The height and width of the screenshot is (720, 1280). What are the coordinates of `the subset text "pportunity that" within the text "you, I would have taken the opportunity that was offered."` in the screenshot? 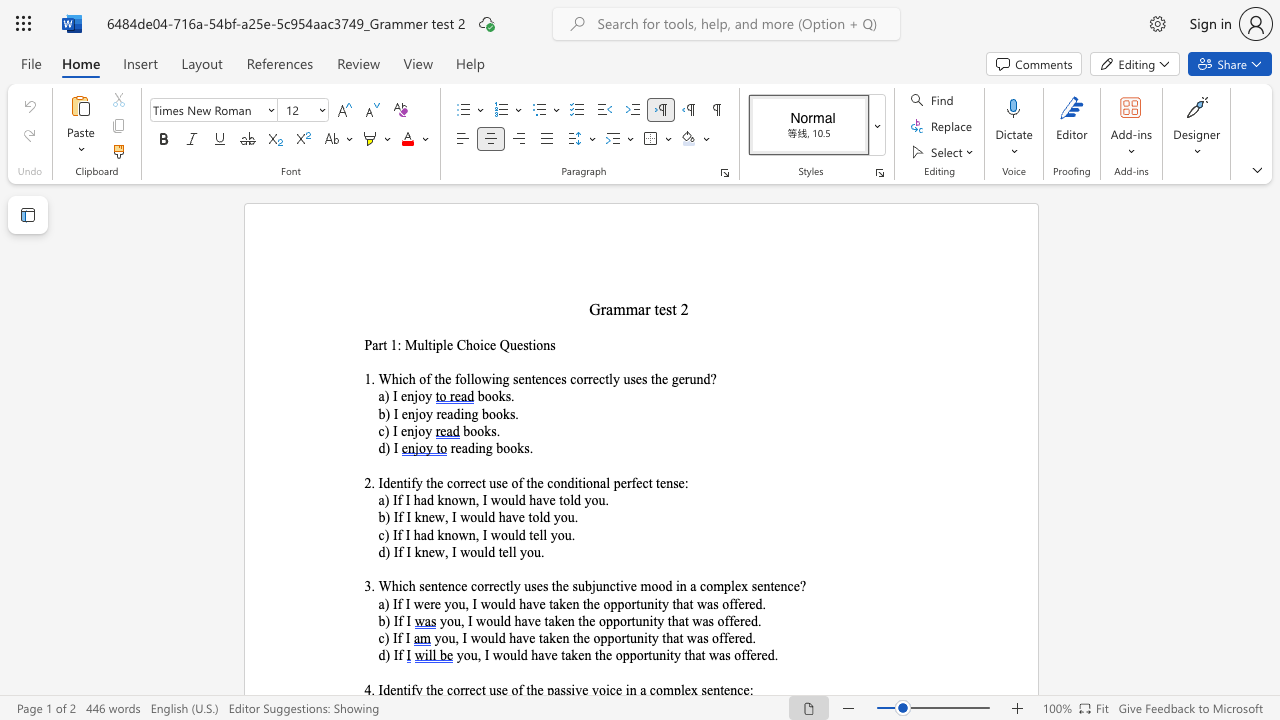 It's located at (621, 655).